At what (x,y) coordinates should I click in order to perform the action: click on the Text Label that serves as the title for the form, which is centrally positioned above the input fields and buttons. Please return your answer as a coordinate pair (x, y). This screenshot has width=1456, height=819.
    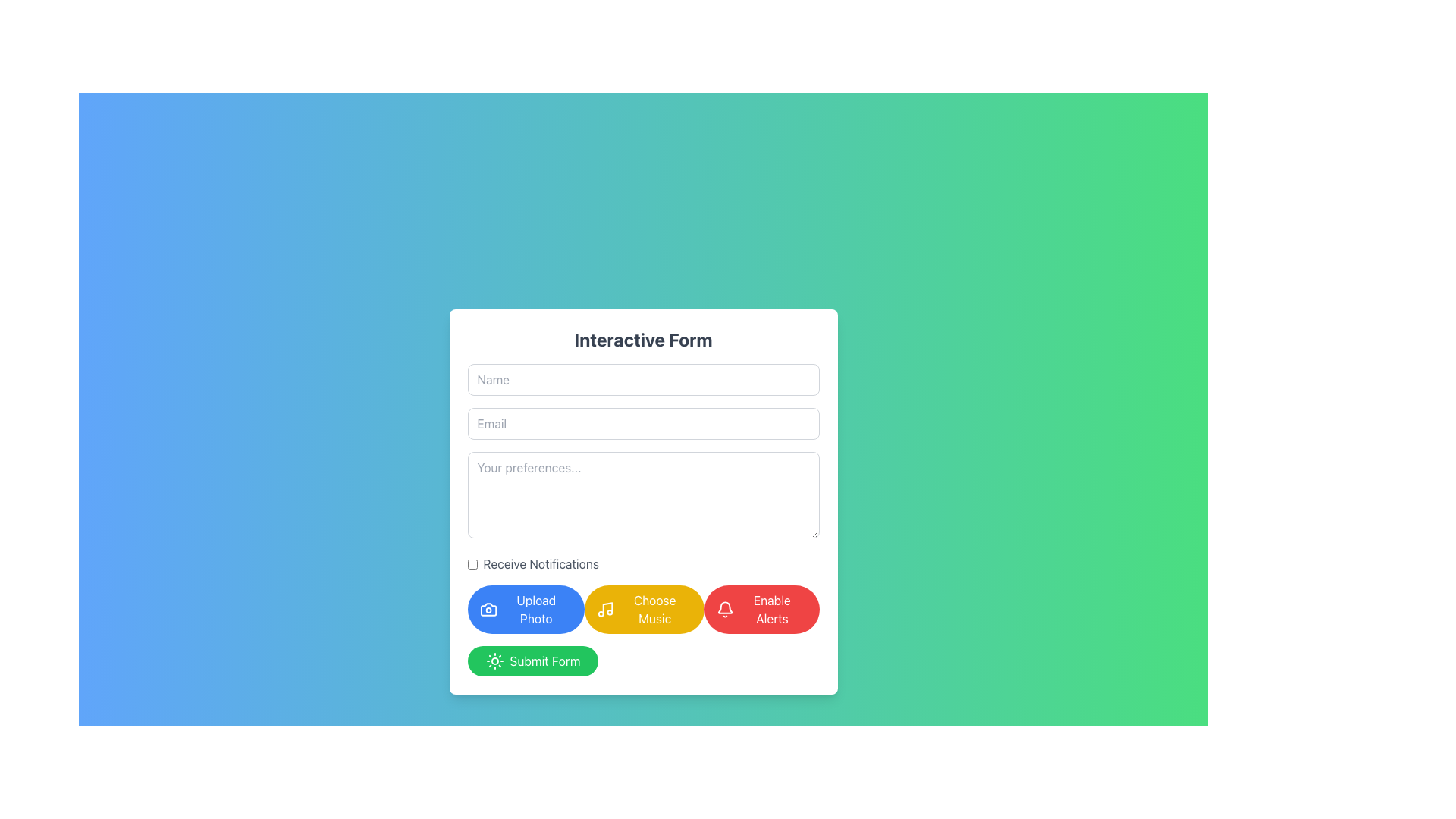
    Looking at the image, I should click on (643, 338).